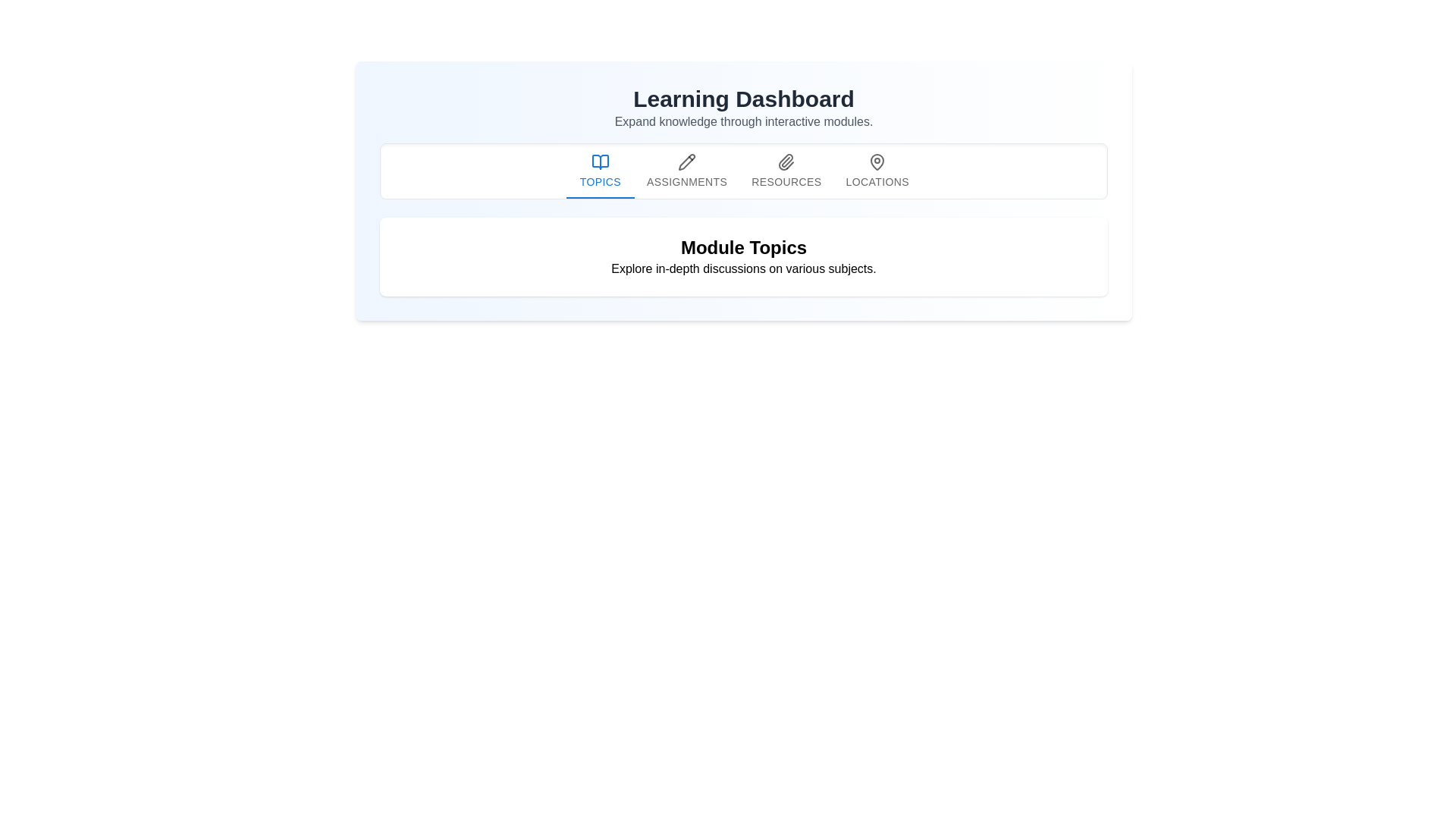 The height and width of the screenshot is (819, 1456). Describe the element at coordinates (877, 171) in the screenshot. I see `the fourth tab in the horizontal navigation bar` at that location.